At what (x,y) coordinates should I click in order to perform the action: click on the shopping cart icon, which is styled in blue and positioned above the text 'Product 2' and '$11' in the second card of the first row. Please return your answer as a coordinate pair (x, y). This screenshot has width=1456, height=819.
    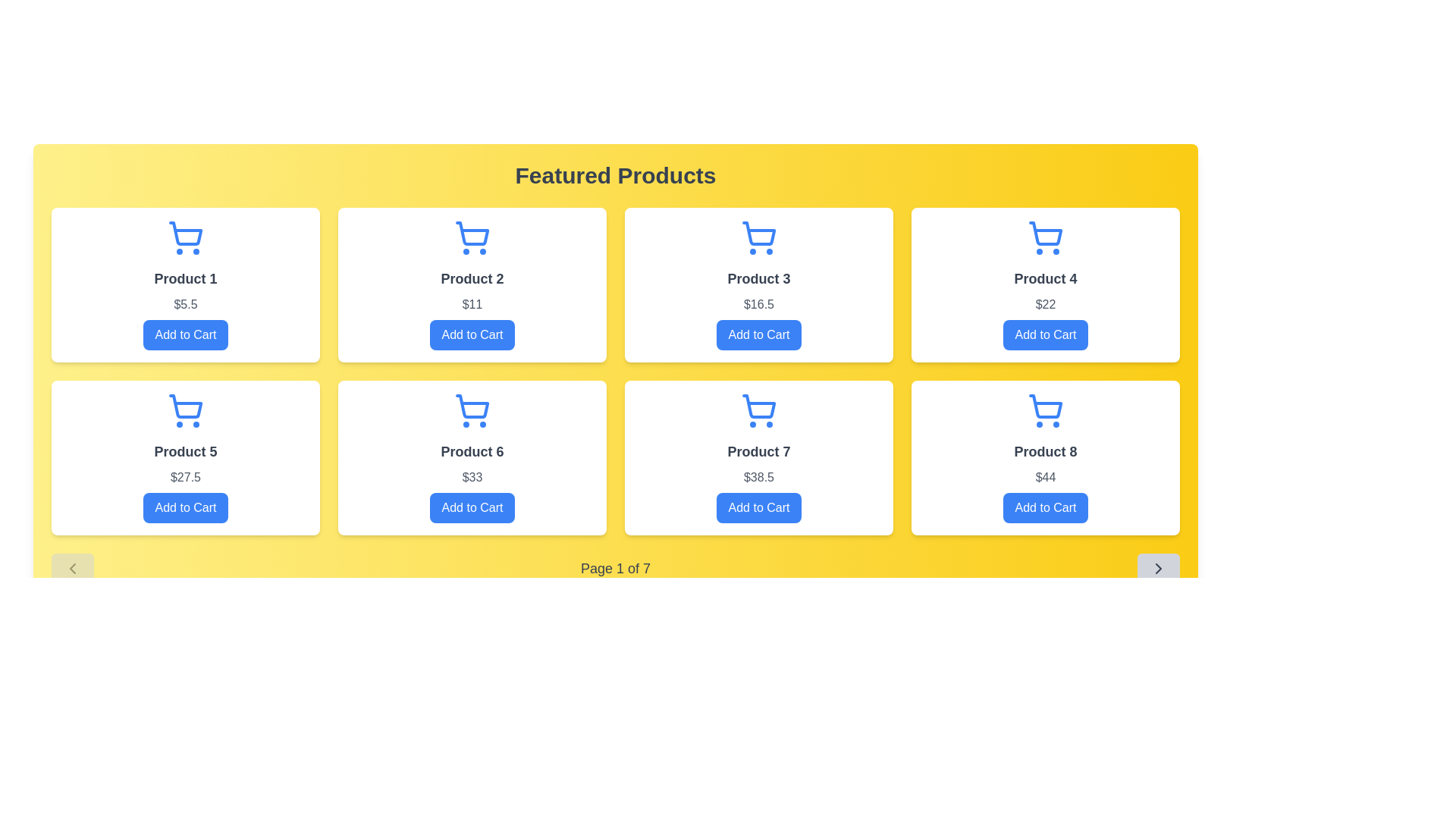
    Looking at the image, I should click on (472, 237).